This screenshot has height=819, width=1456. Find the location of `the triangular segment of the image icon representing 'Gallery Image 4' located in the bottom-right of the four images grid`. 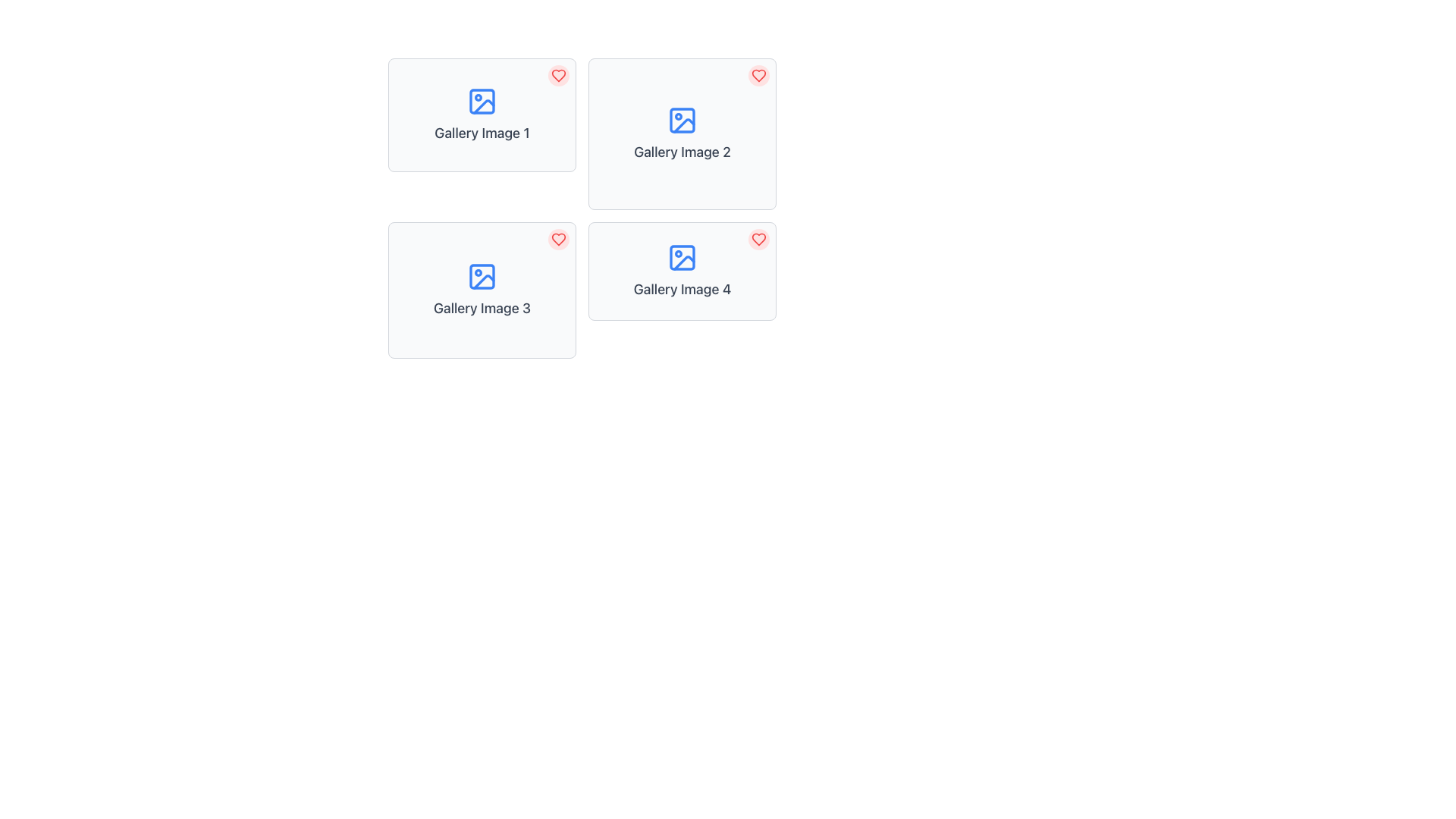

the triangular segment of the image icon representing 'Gallery Image 4' located in the bottom-right of the four images grid is located at coordinates (683, 262).